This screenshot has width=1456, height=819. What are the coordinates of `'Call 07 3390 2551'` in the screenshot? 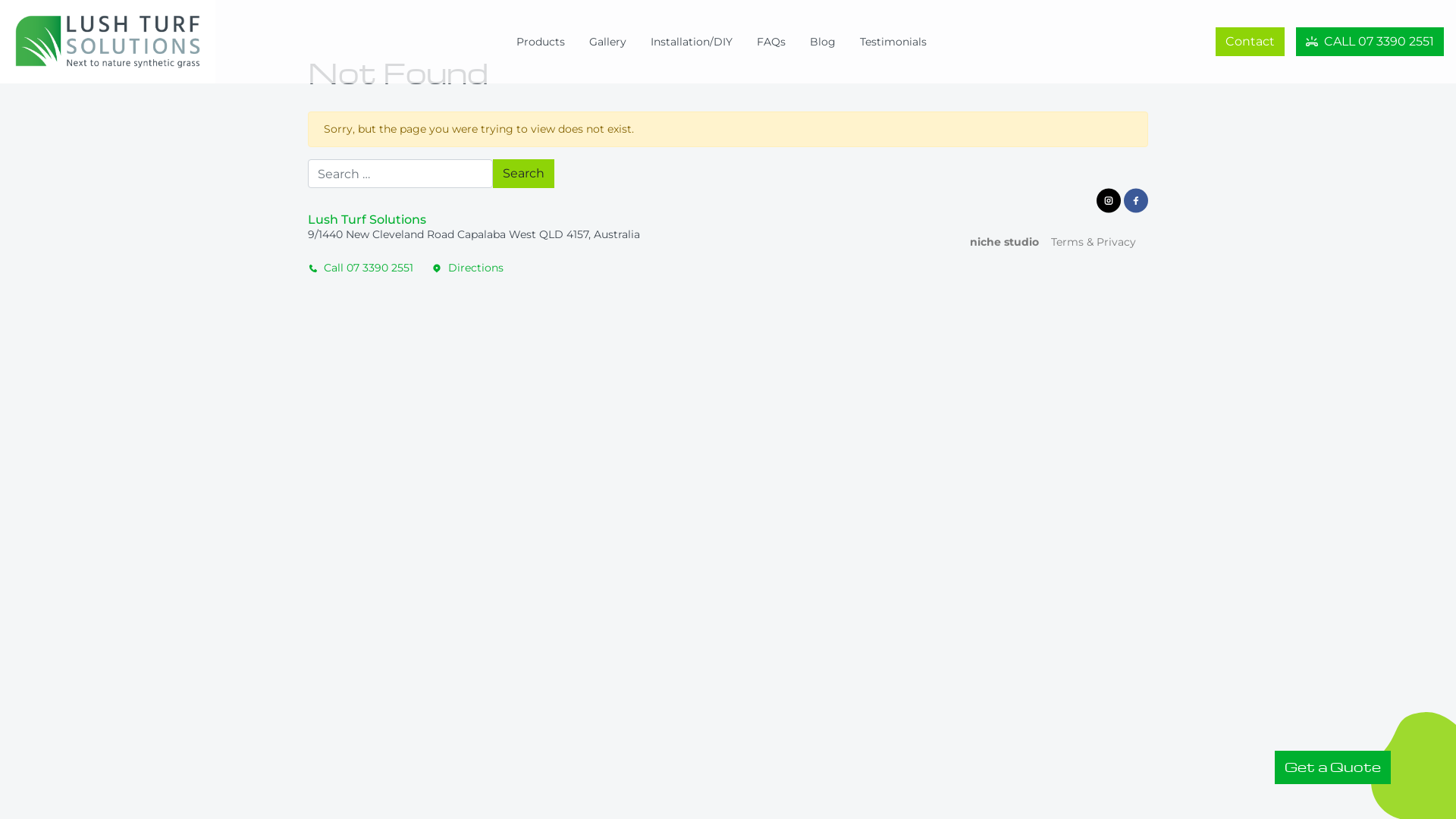 It's located at (365, 267).